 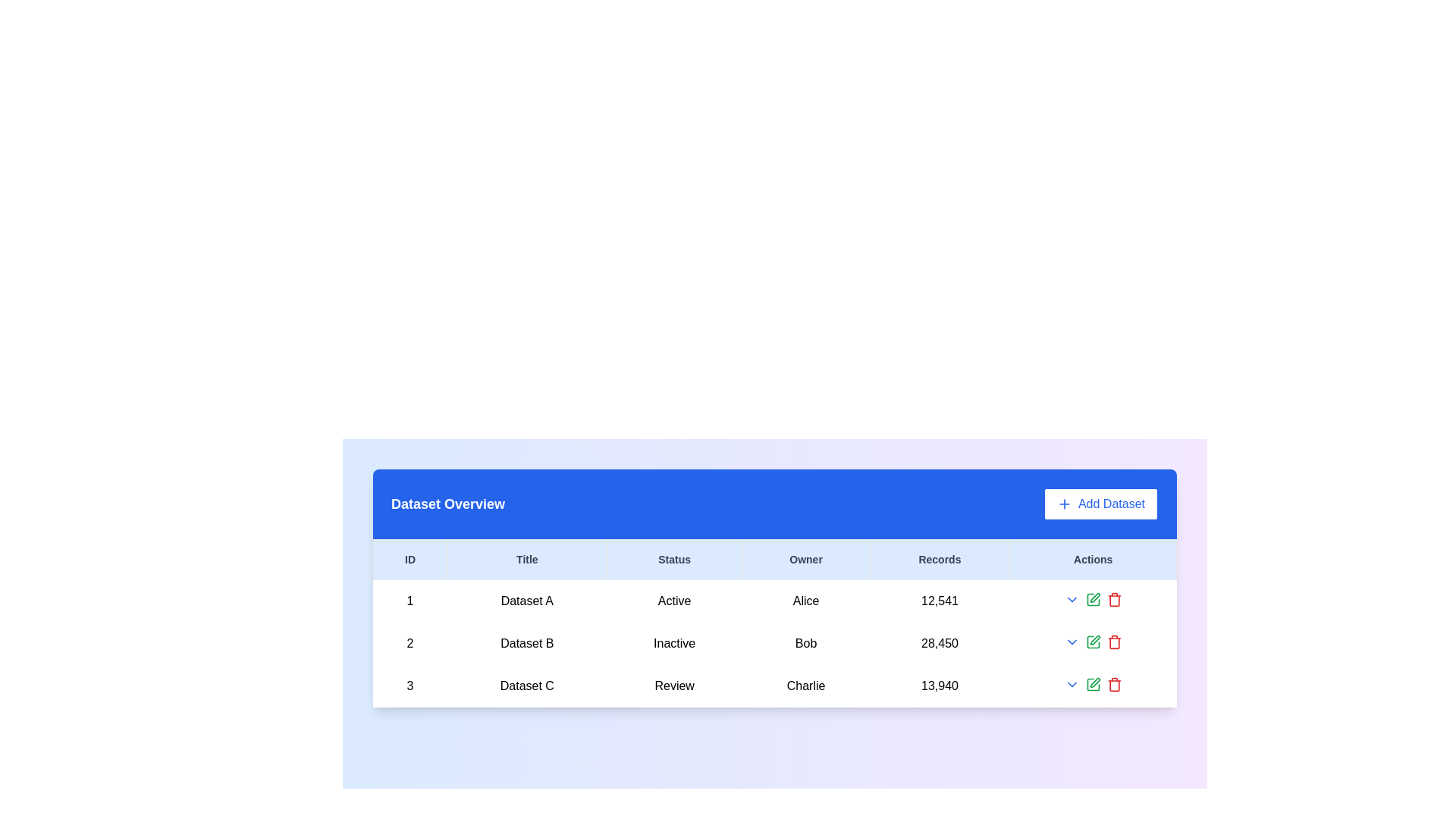 I want to click on the Dropdown toggle button located in the second row of the 'Actions' column in the dataset table to reveal additional options, so click(x=1071, y=642).